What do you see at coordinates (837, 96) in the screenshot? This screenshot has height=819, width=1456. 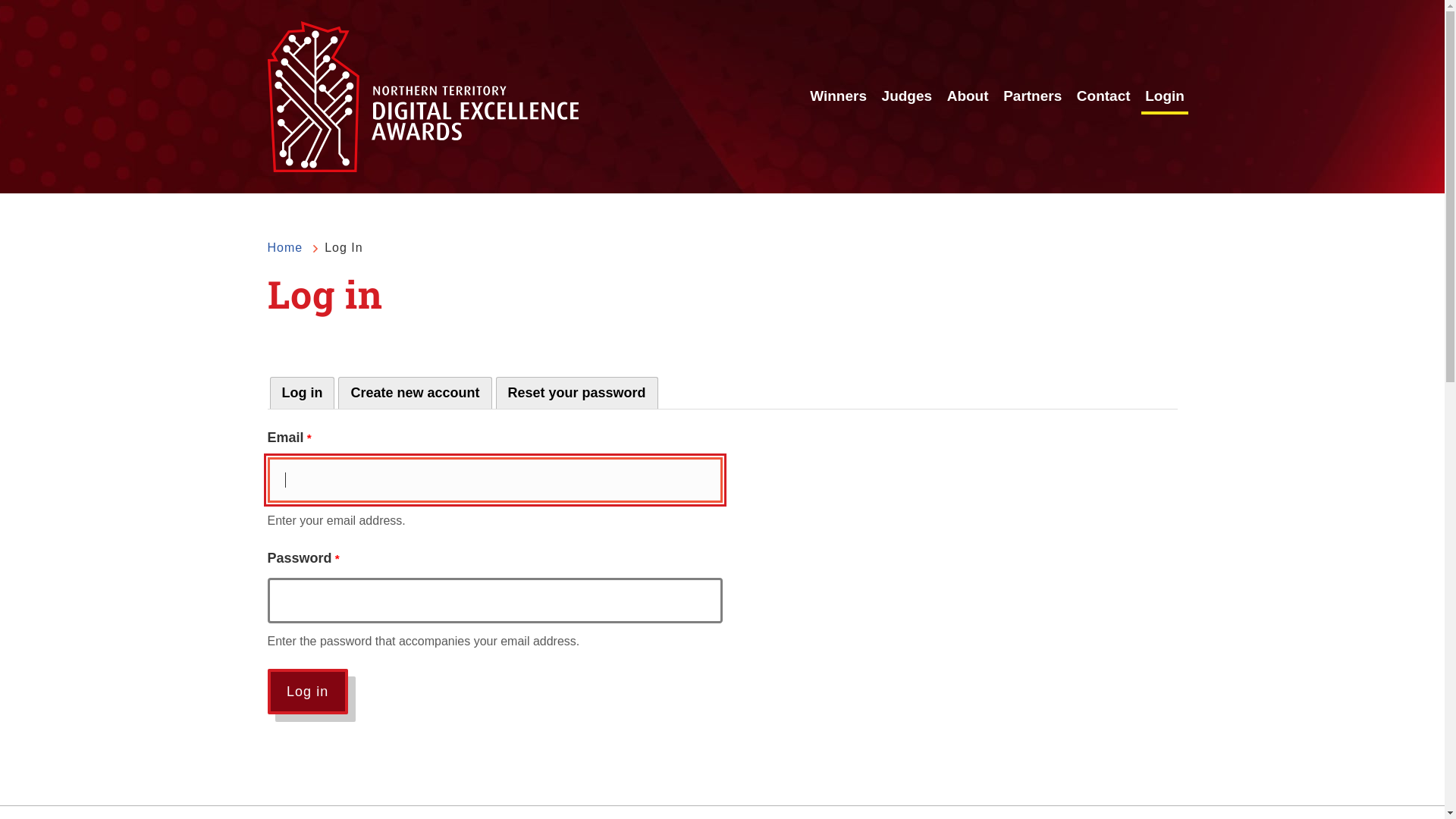 I see `'Winners'` at bounding box center [837, 96].